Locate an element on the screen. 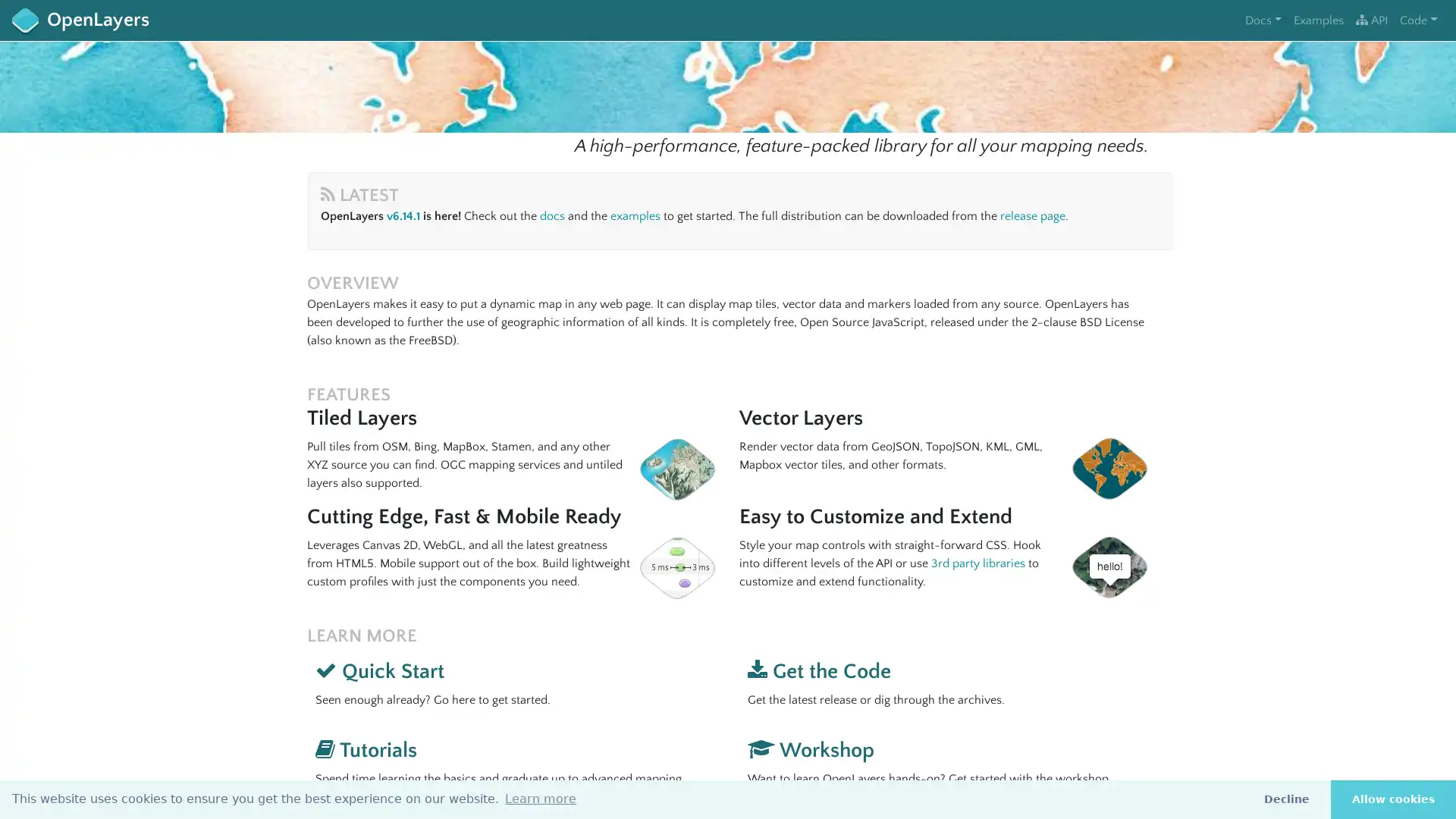  i is located at coordinates (1438, 115).